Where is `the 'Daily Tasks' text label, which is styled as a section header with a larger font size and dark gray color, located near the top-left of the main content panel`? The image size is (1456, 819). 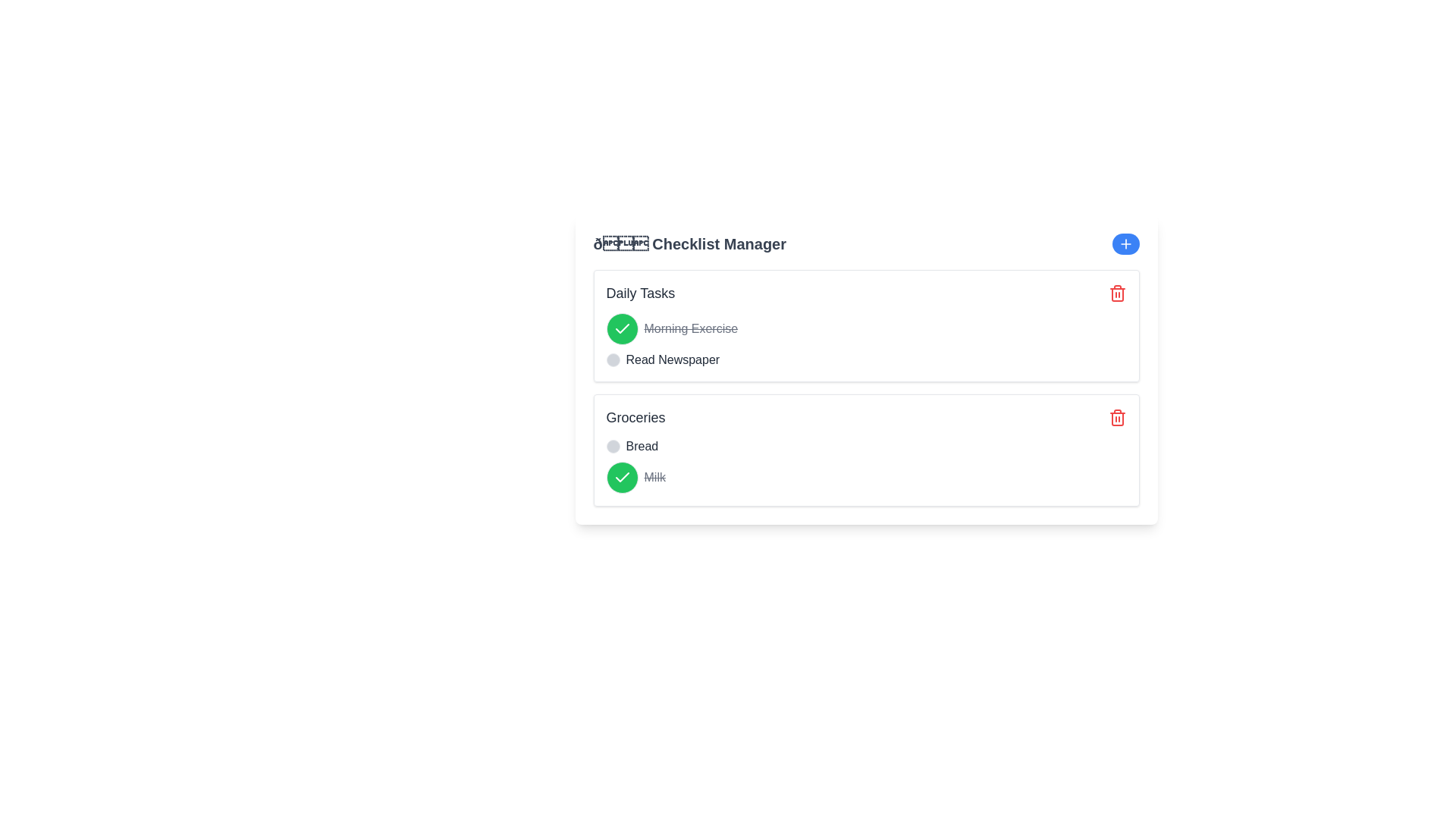
the 'Daily Tasks' text label, which is styled as a section header with a larger font size and dark gray color, located near the top-left of the main content panel is located at coordinates (640, 293).